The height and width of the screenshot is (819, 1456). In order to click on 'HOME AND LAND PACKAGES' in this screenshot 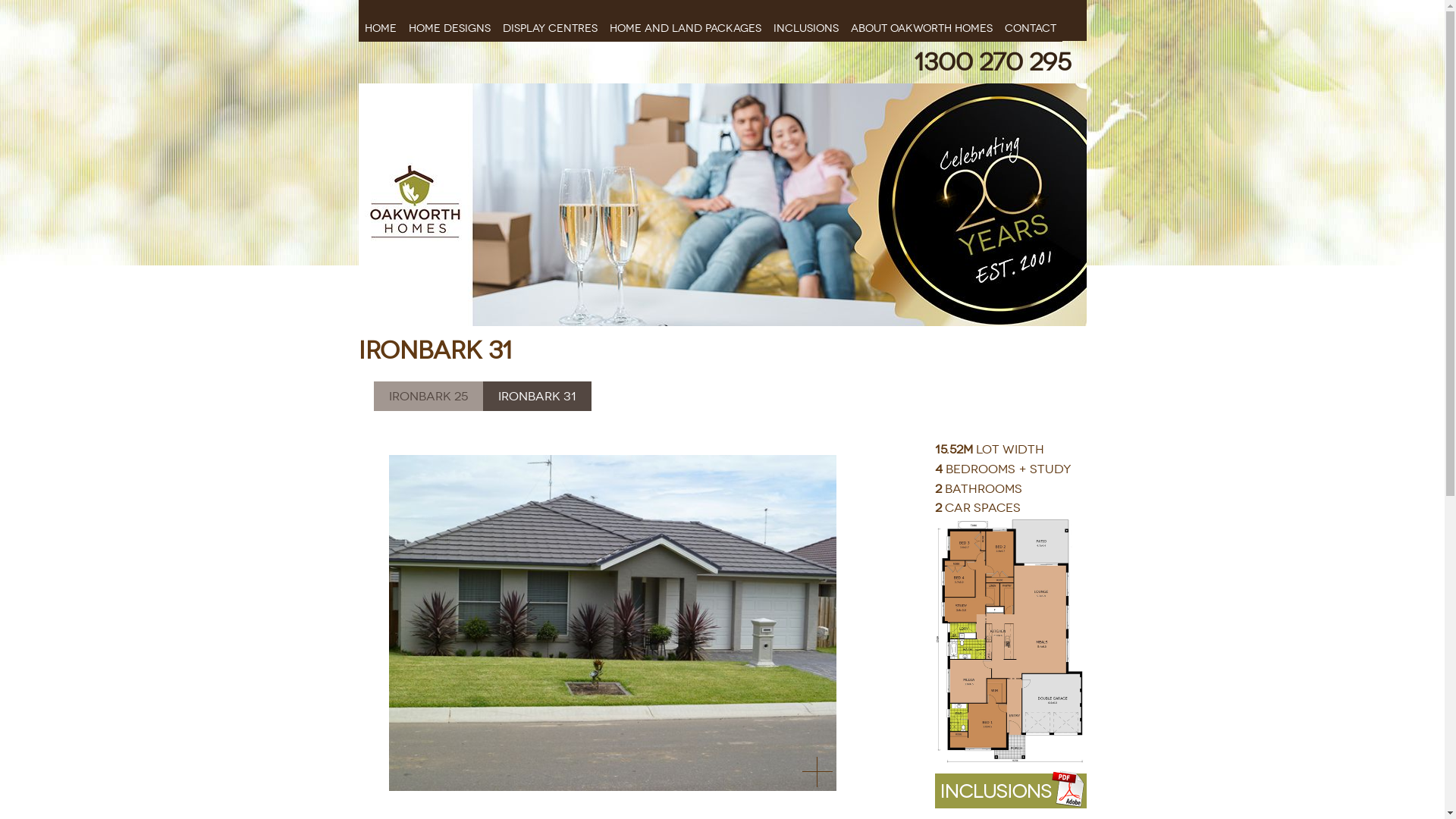, I will do `click(684, 20)`.